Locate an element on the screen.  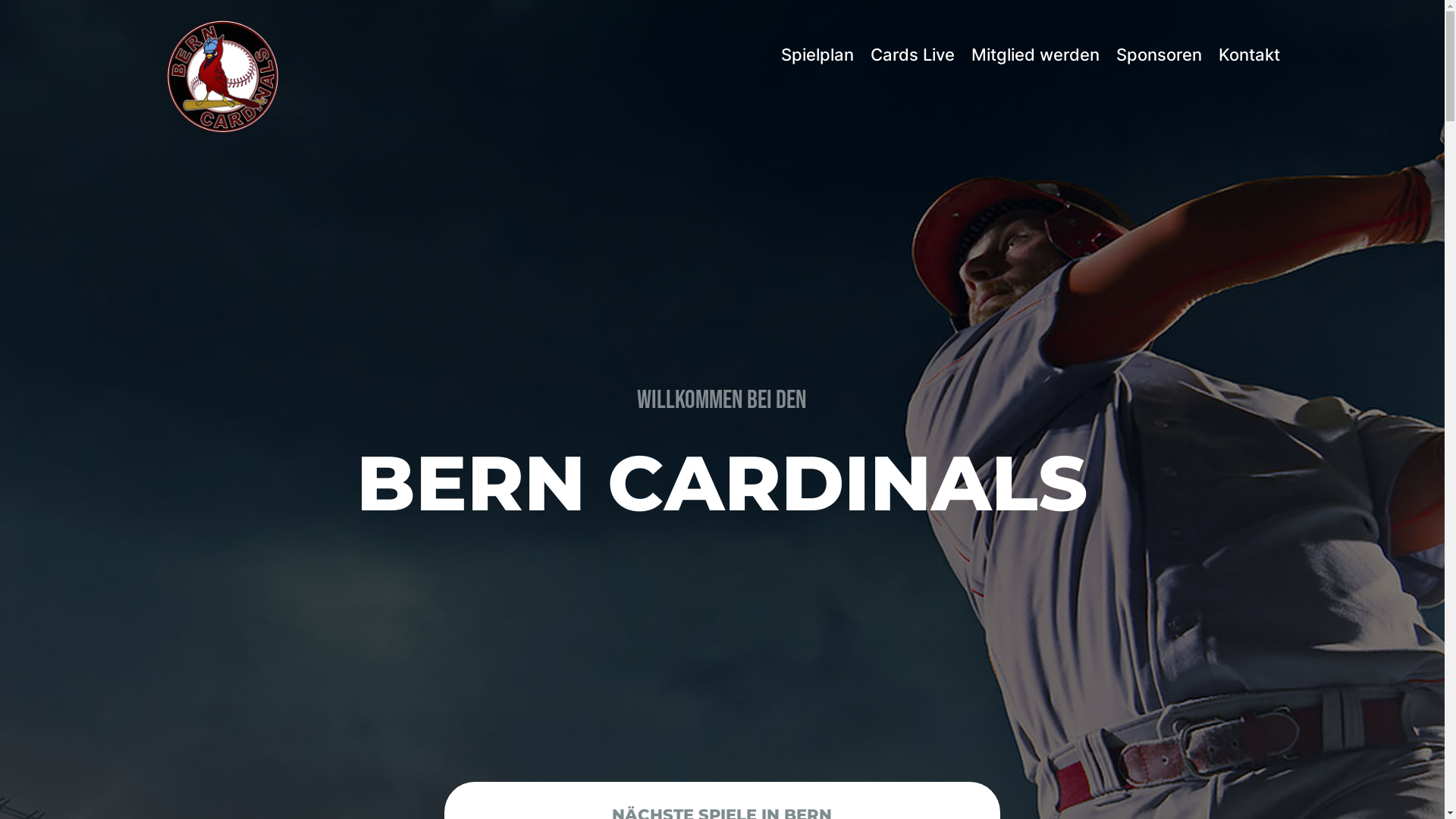
'Kontakt' is located at coordinates (1249, 54).